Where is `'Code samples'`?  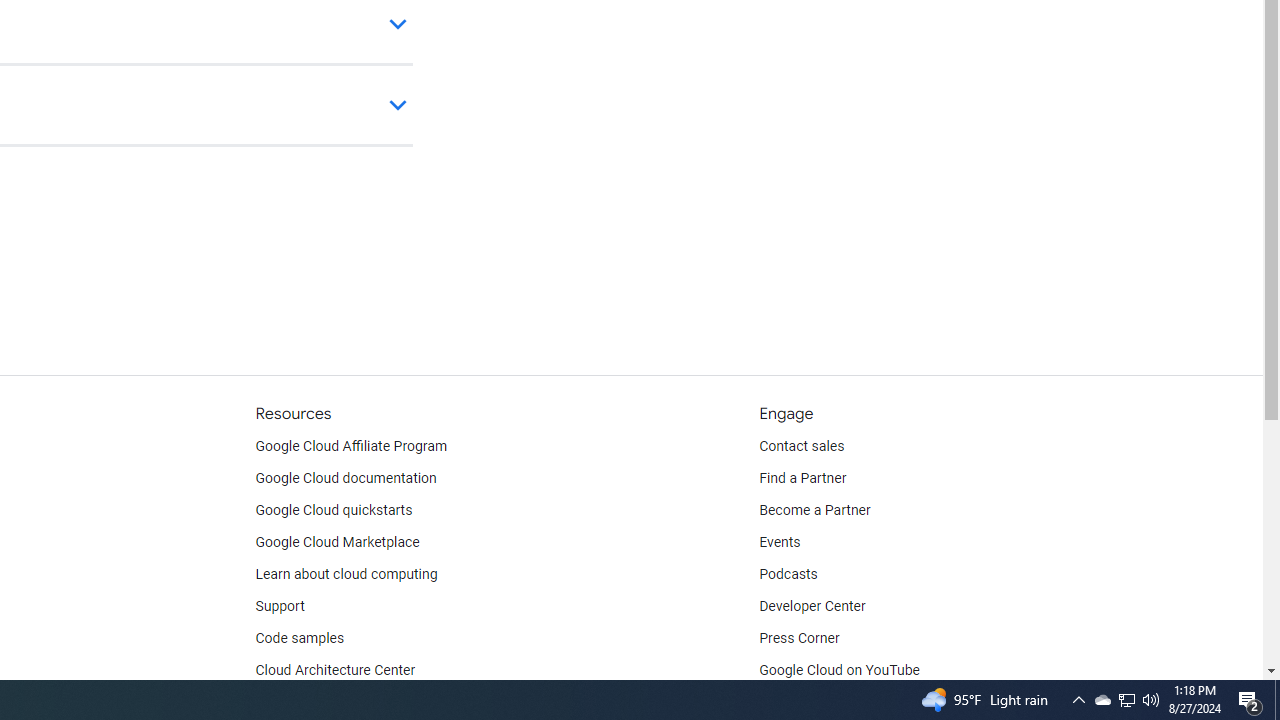 'Code samples' is located at coordinates (299, 639).